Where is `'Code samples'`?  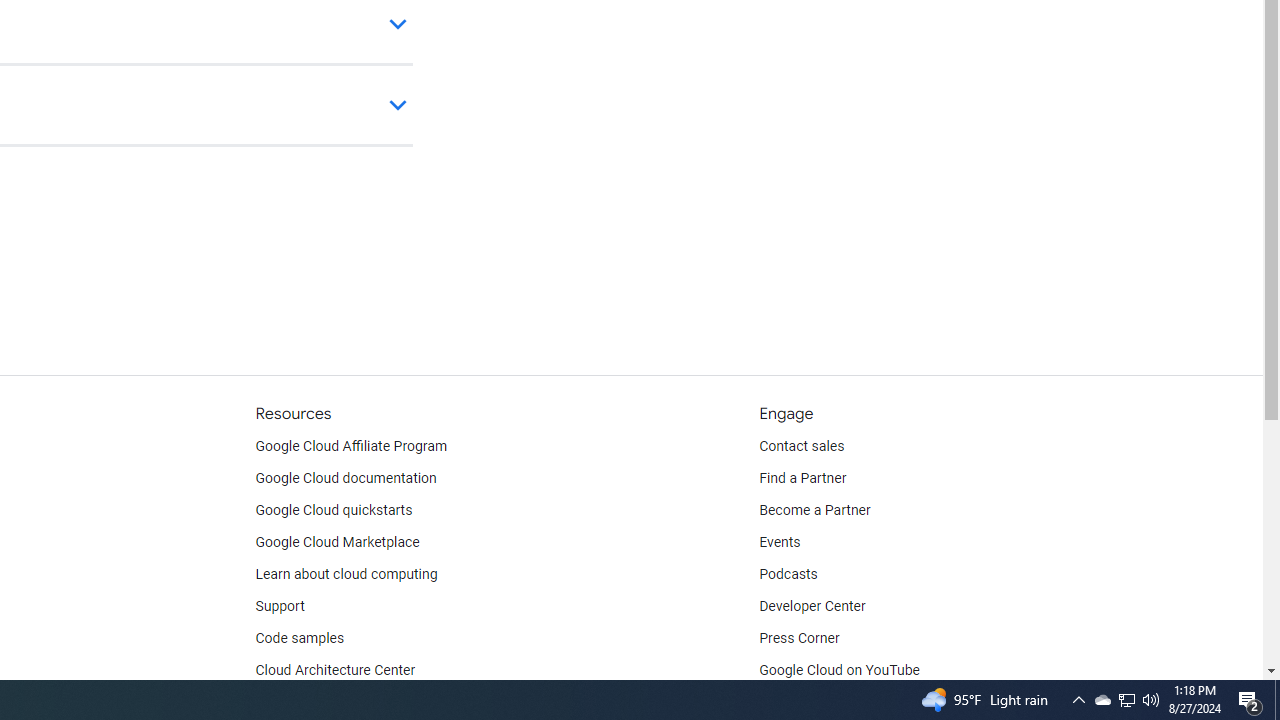 'Code samples' is located at coordinates (299, 639).